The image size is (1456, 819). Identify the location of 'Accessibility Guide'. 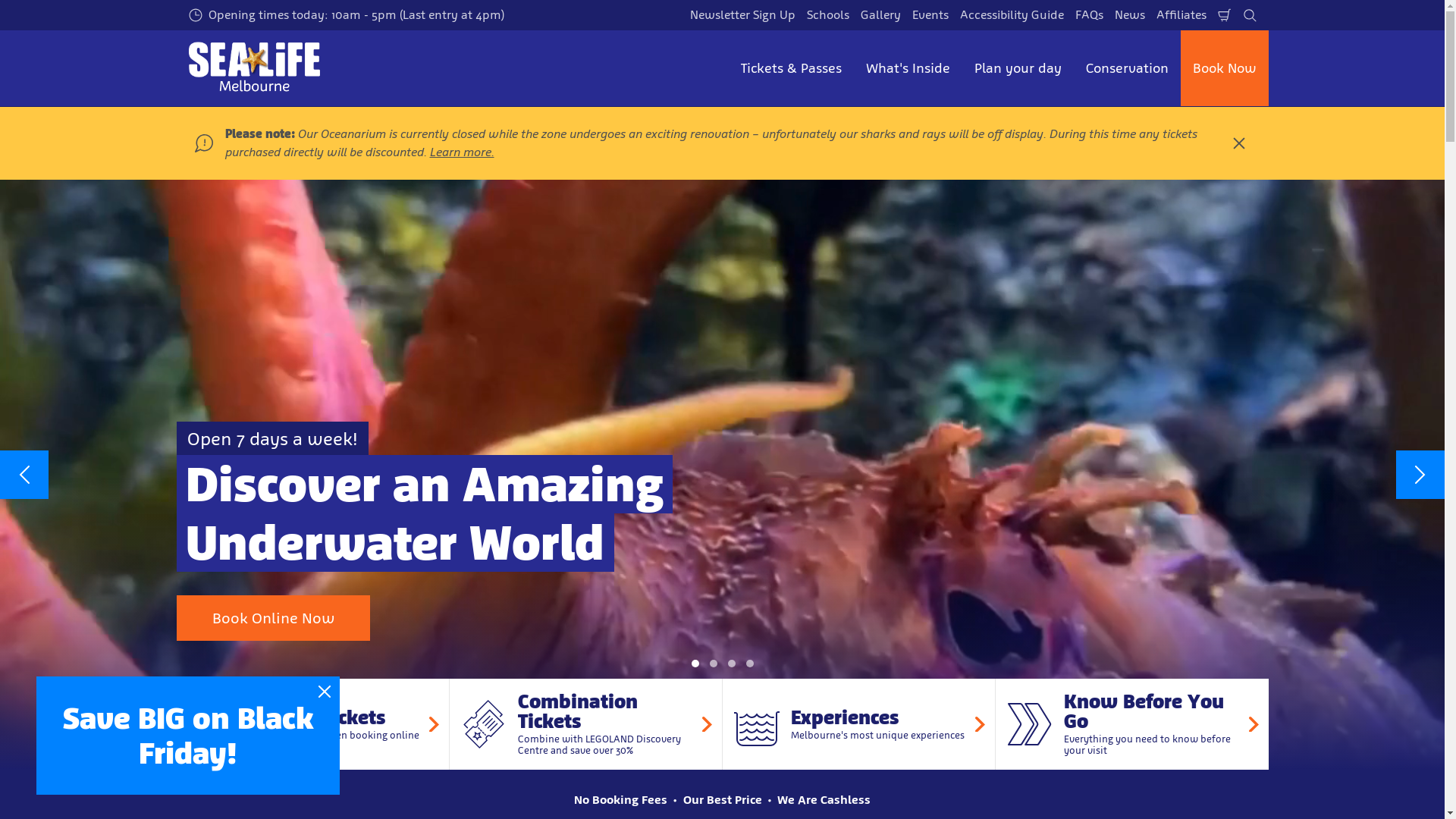
(1011, 14).